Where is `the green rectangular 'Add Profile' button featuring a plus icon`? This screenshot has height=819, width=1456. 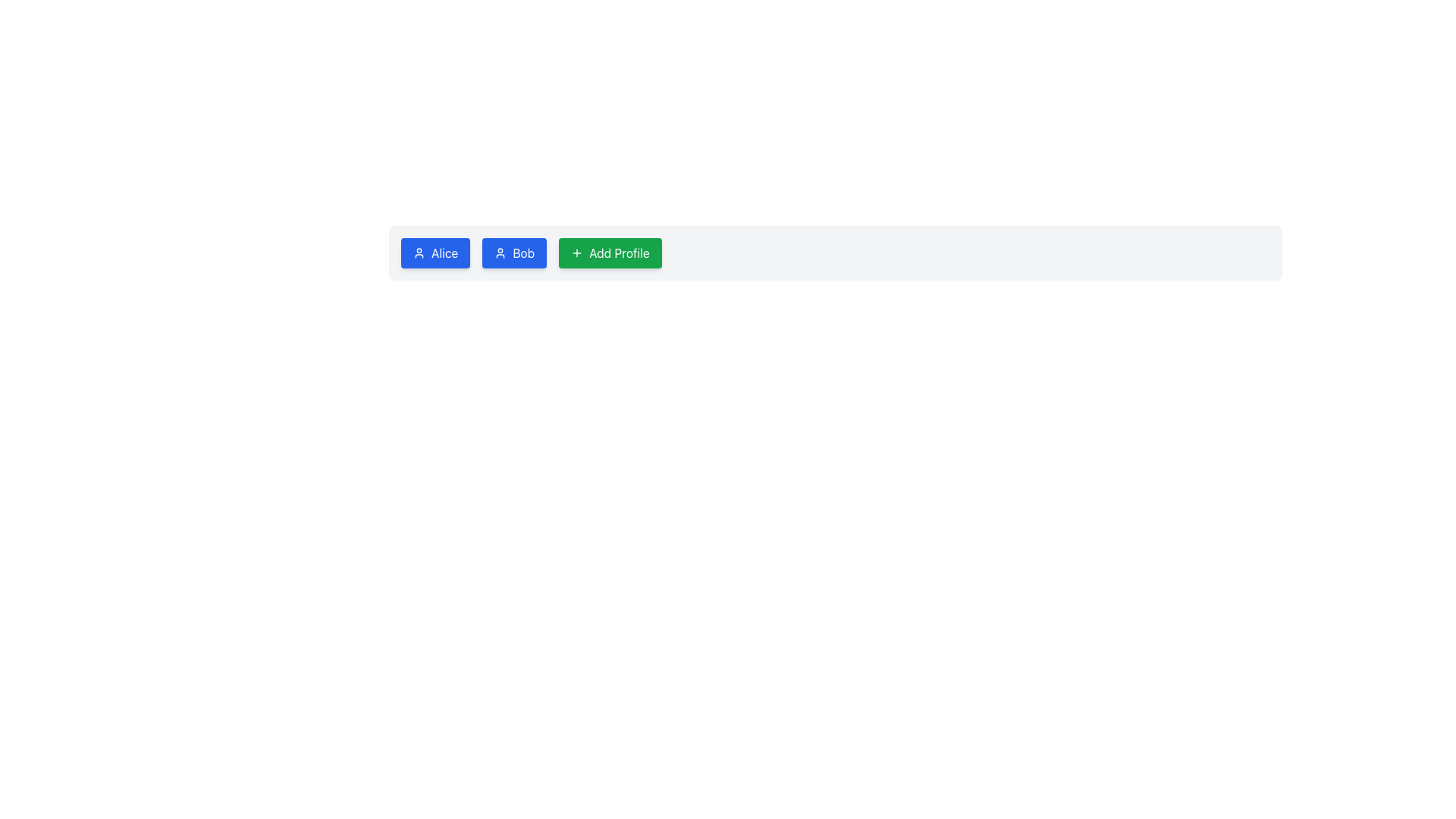 the green rectangular 'Add Profile' button featuring a plus icon is located at coordinates (610, 253).